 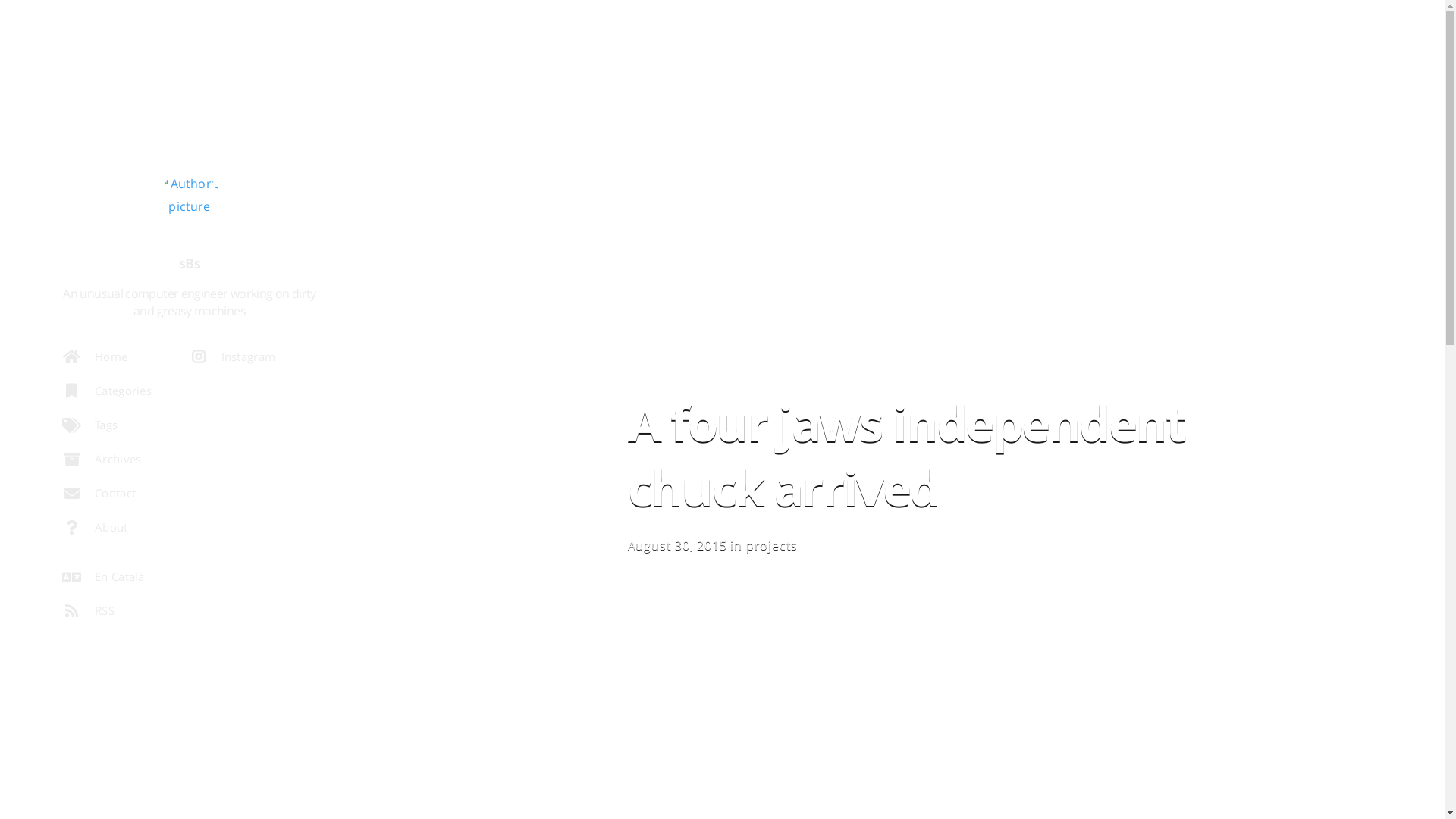 What do you see at coordinates (124, 530) in the screenshot?
I see `'About'` at bounding box center [124, 530].